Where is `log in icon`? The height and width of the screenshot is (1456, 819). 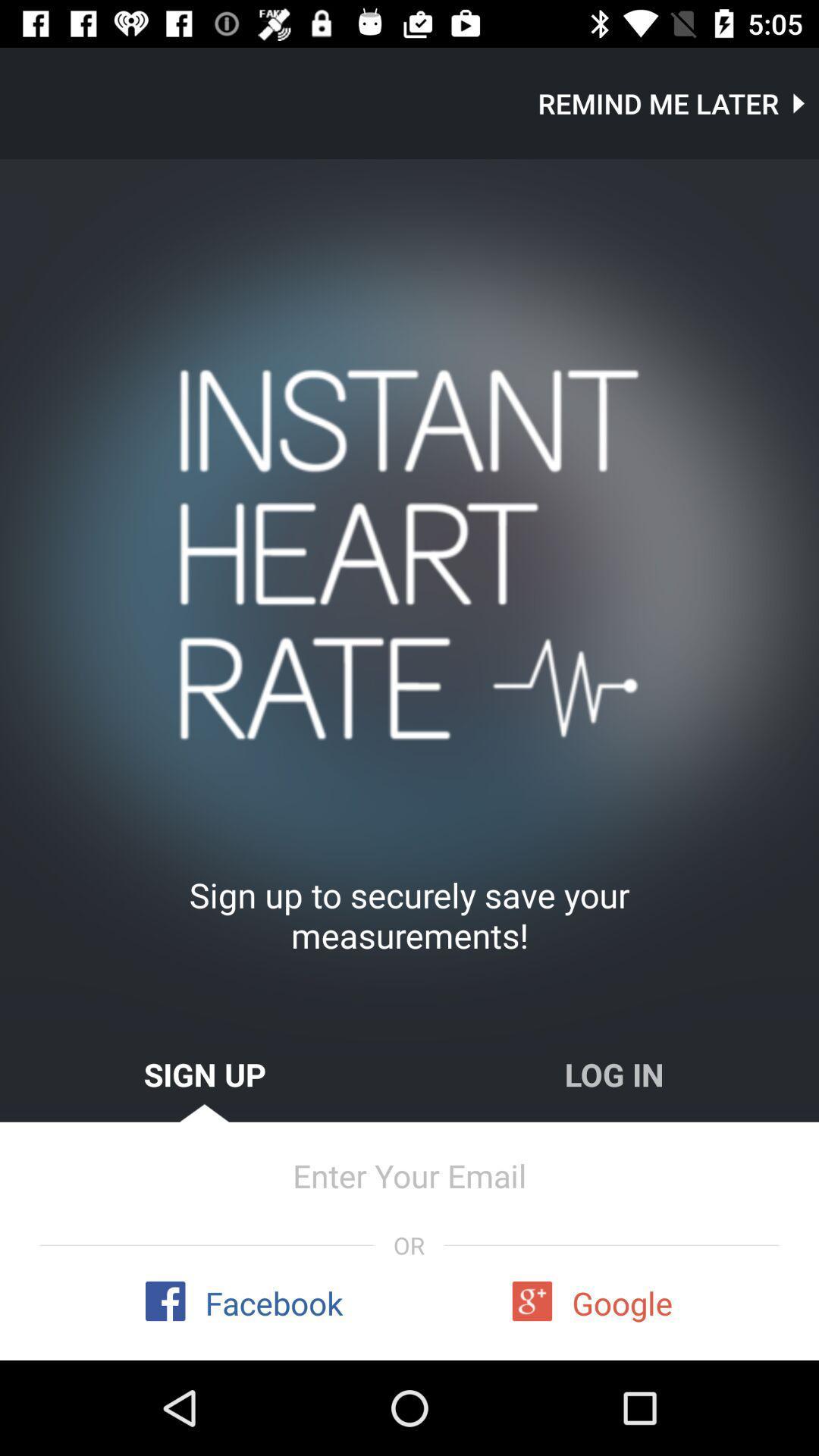
log in icon is located at coordinates (614, 1073).